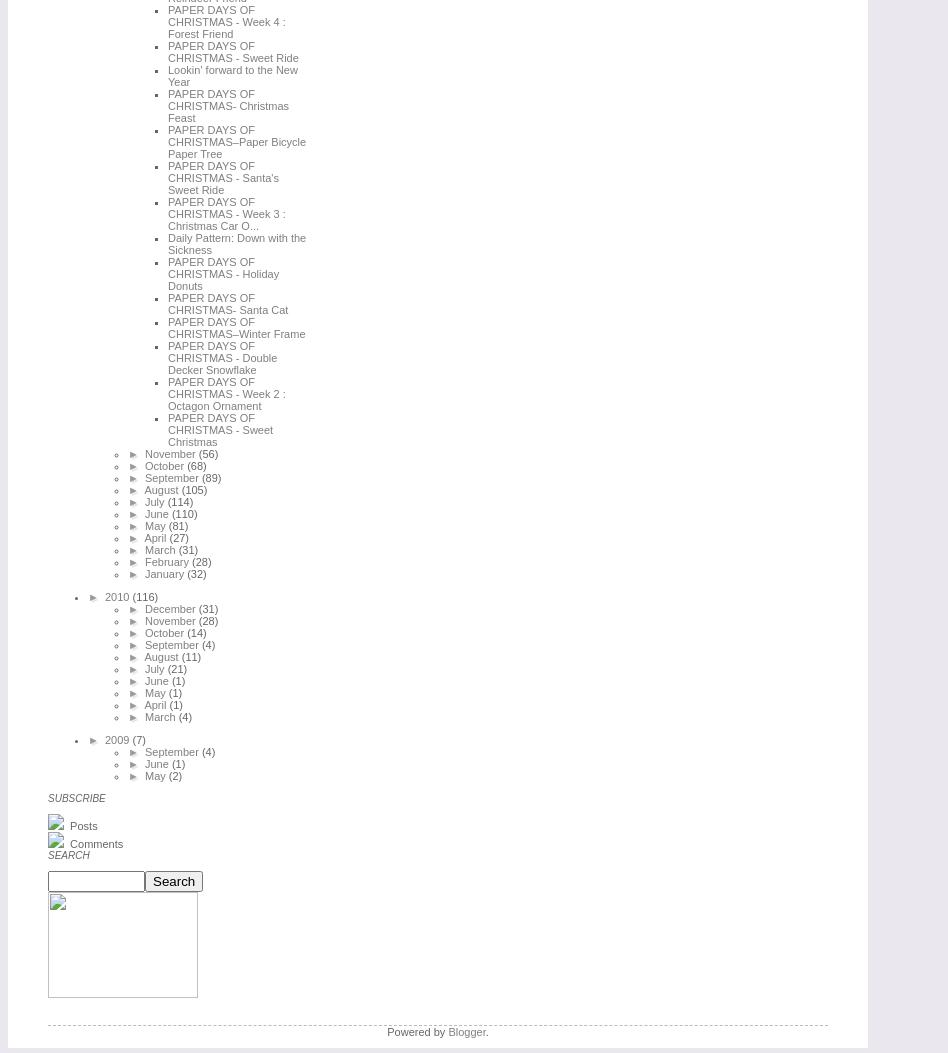 The height and width of the screenshot is (1053, 948). What do you see at coordinates (192, 489) in the screenshot?
I see `'(105)'` at bounding box center [192, 489].